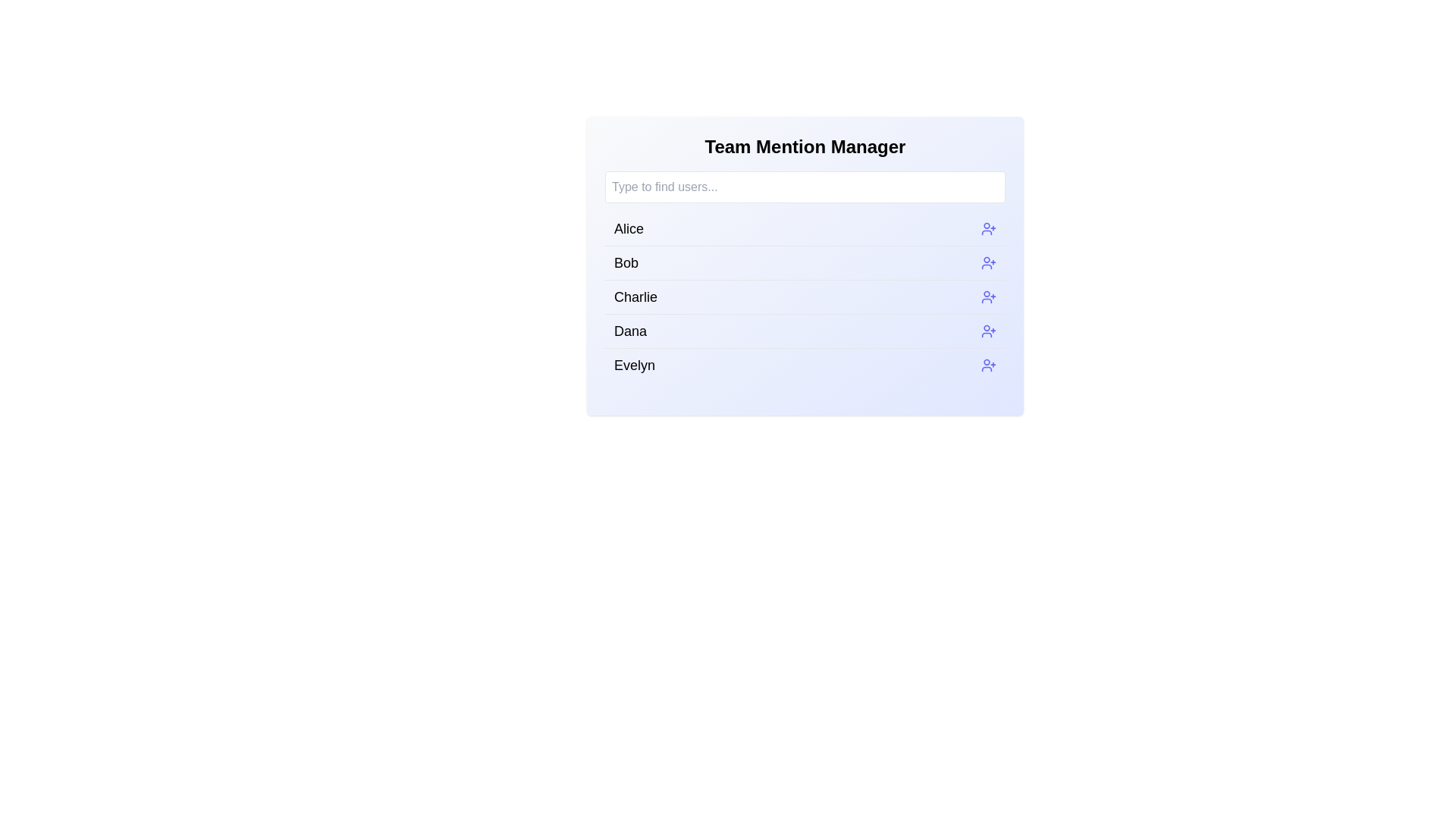 The width and height of the screenshot is (1456, 819). Describe the element at coordinates (804, 265) in the screenshot. I see `the second selectable list item below the search bar in the centered card layout` at that location.